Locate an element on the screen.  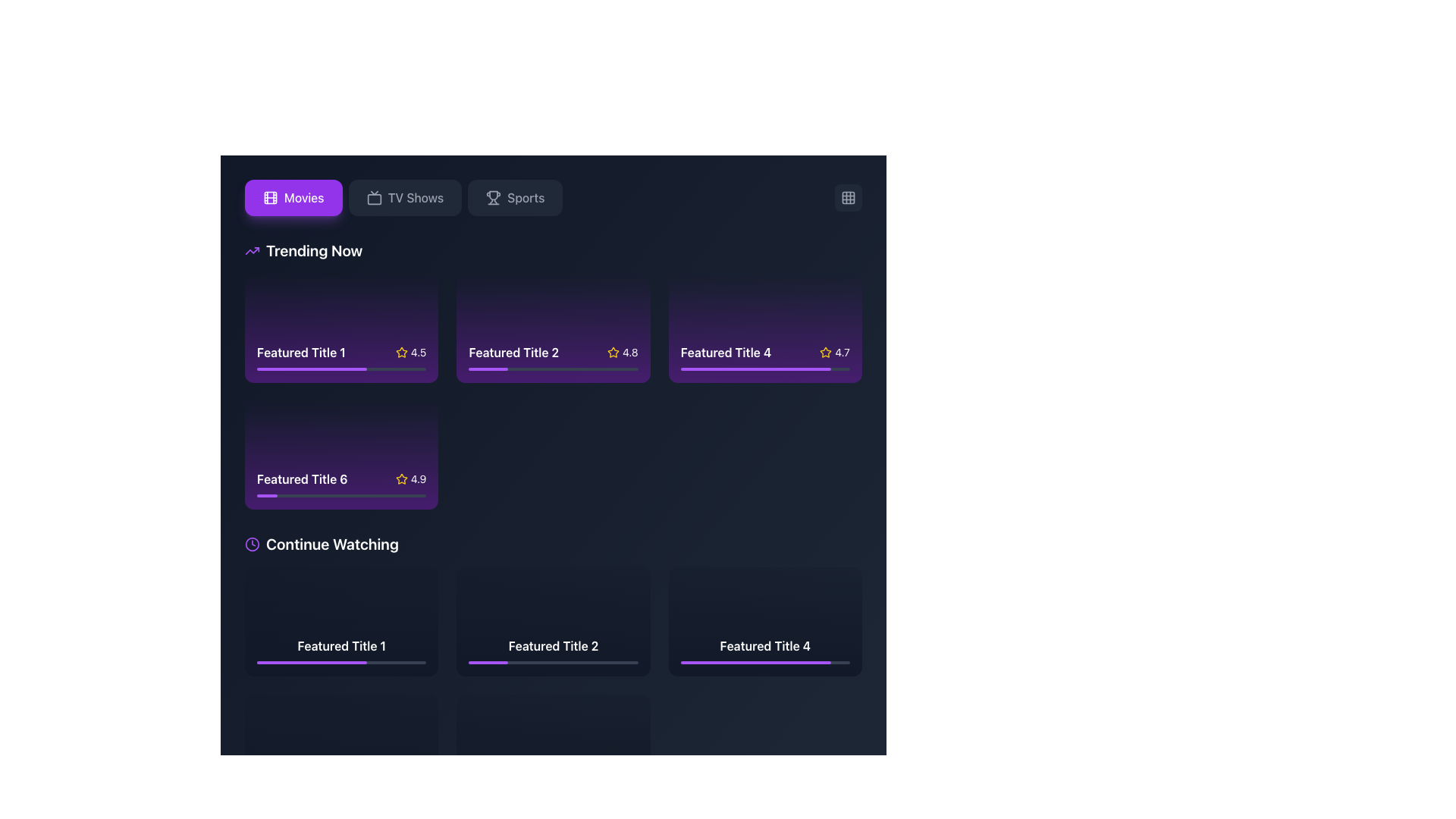
the Content Card displaying featured information is located at coordinates (340, 327).